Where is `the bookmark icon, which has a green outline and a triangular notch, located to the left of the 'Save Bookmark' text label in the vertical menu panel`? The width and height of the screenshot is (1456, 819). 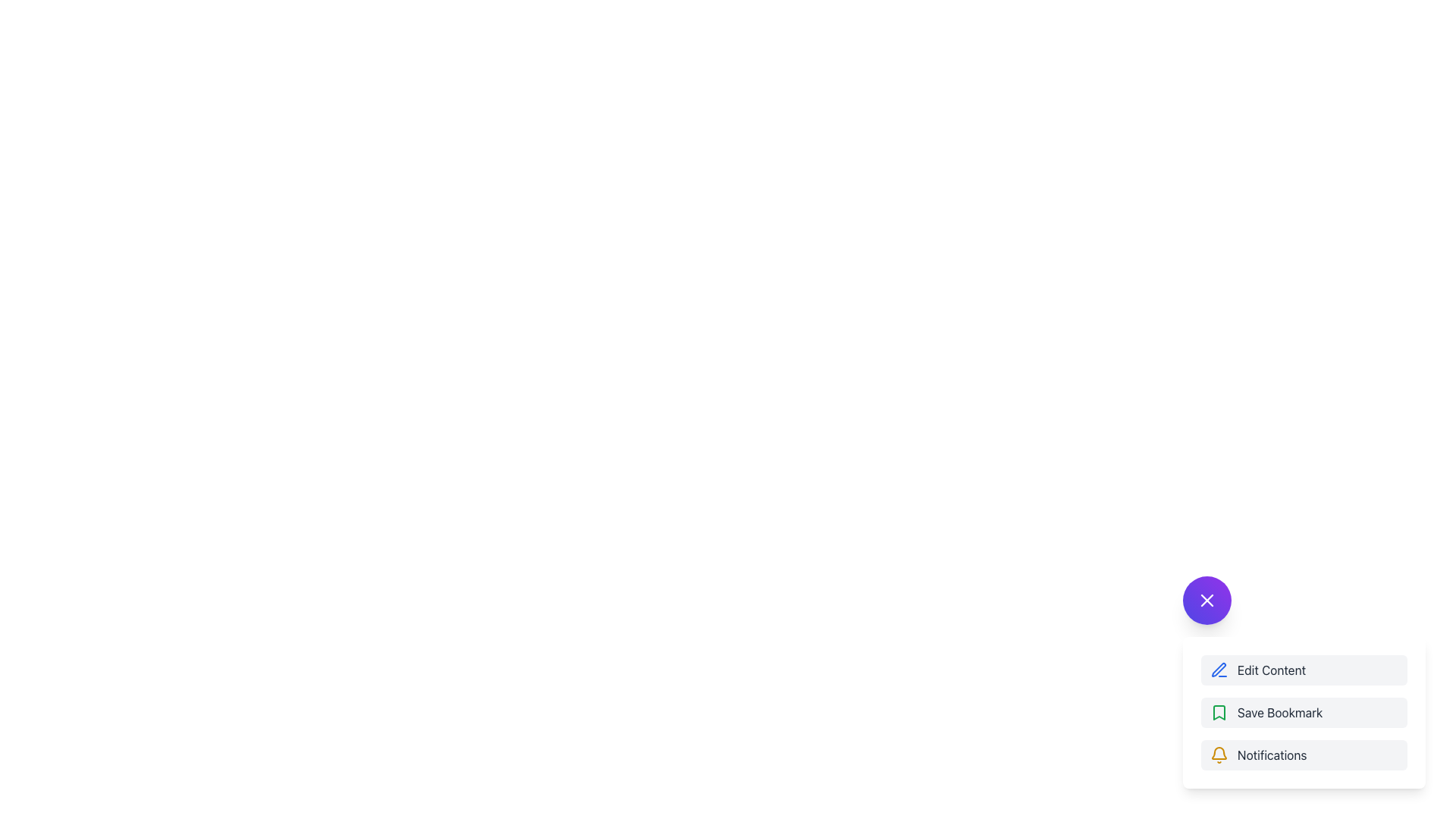
the bookmark icon, which has a green outline and a triangular notch, located to the left of the 'Save Bookmark' text label in the vertical menu panel is located at coordinates (1219, 713).